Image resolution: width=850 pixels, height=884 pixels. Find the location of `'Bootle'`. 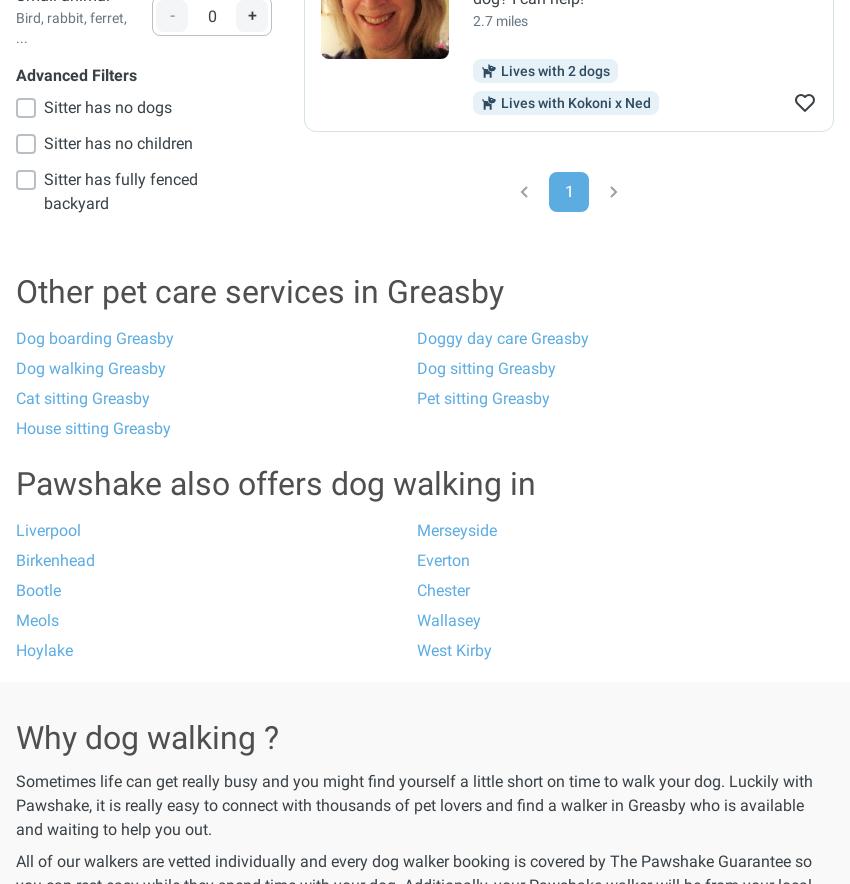

'Bootle' is located at coordinates (14, 590).